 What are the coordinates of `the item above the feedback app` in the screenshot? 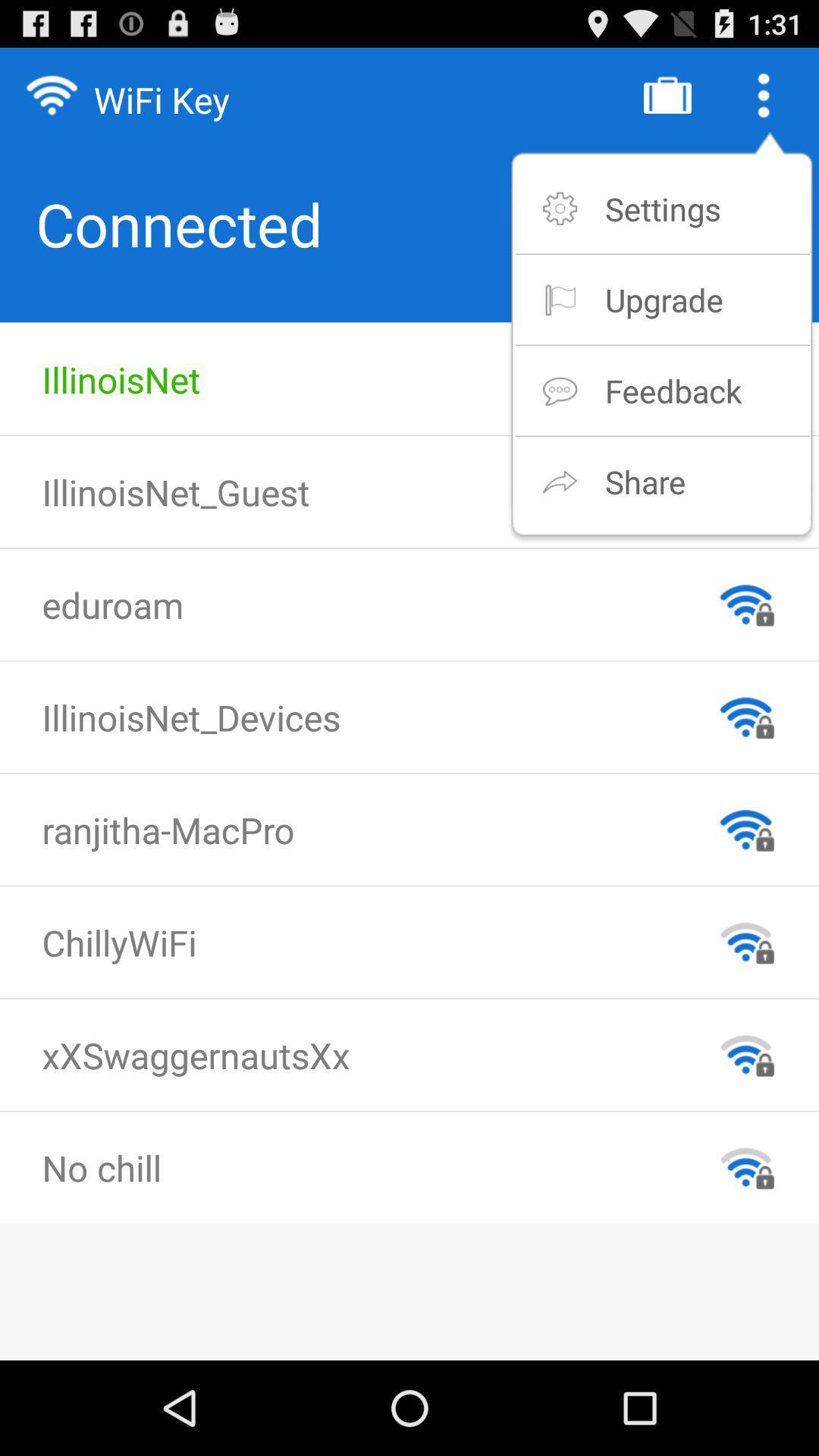 It's located at (663, 300).